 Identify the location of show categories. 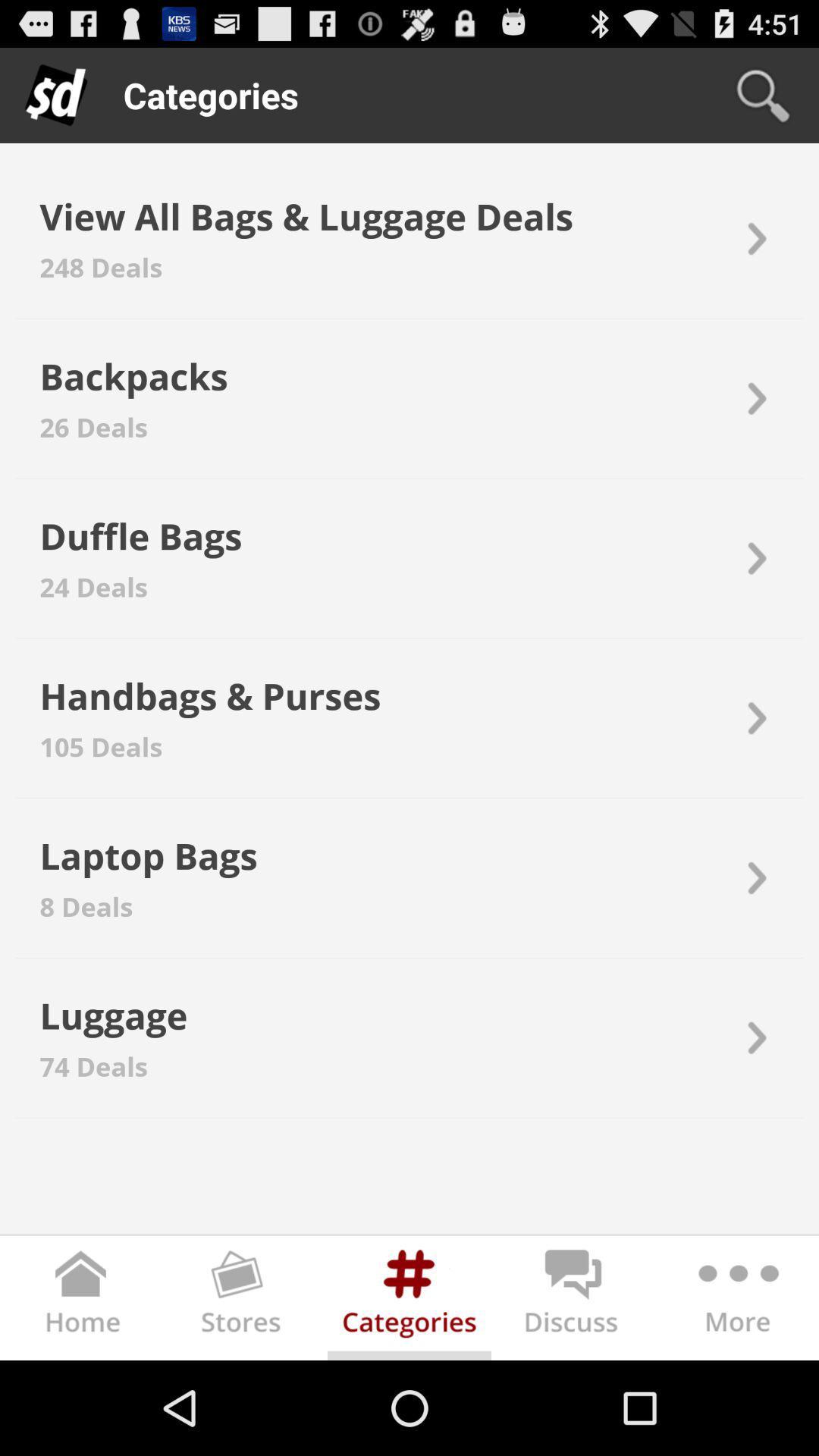
(409, 1301).